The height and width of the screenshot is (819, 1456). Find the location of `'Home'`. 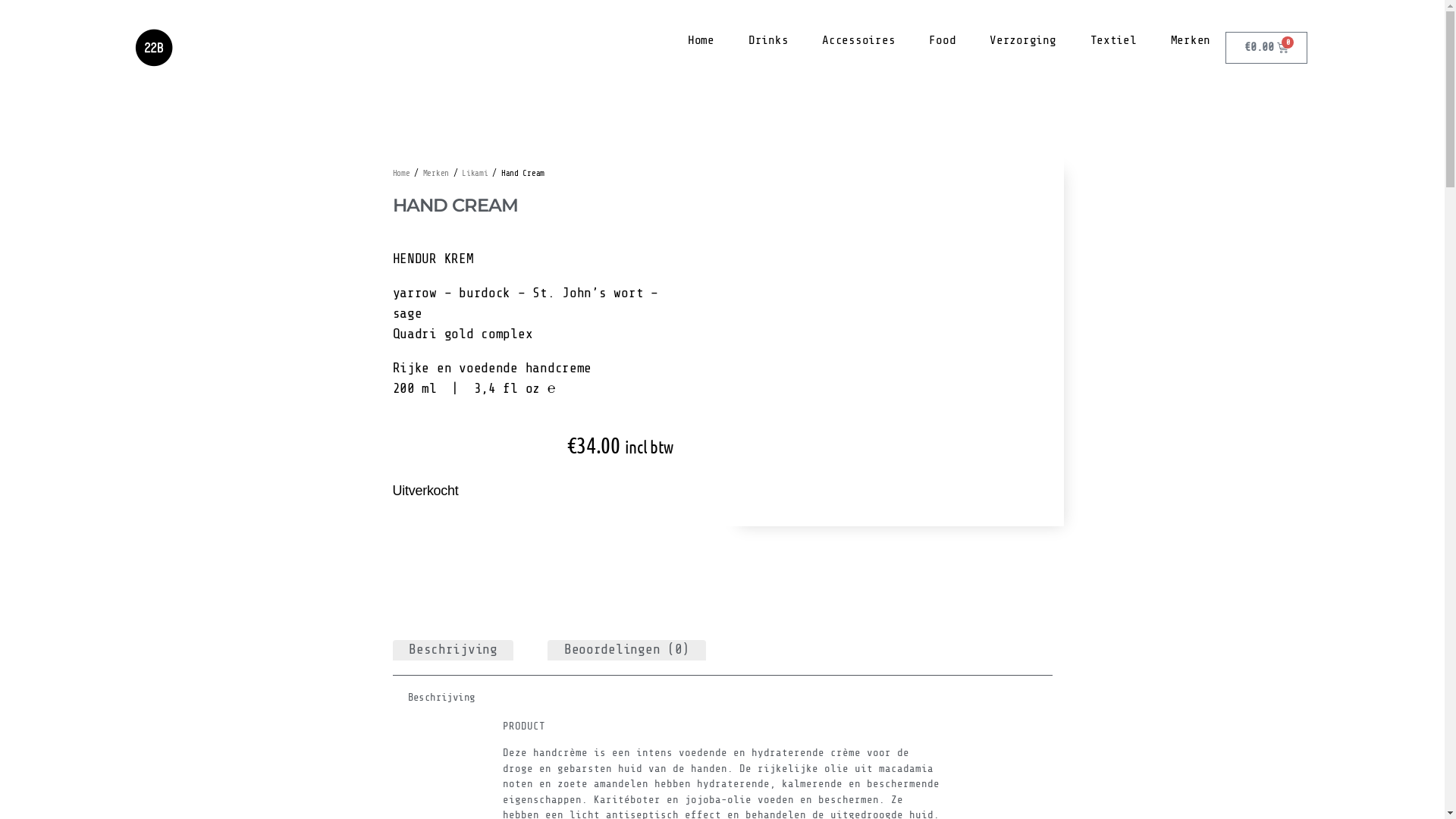

'Home' is located at coordinates (700, 39).